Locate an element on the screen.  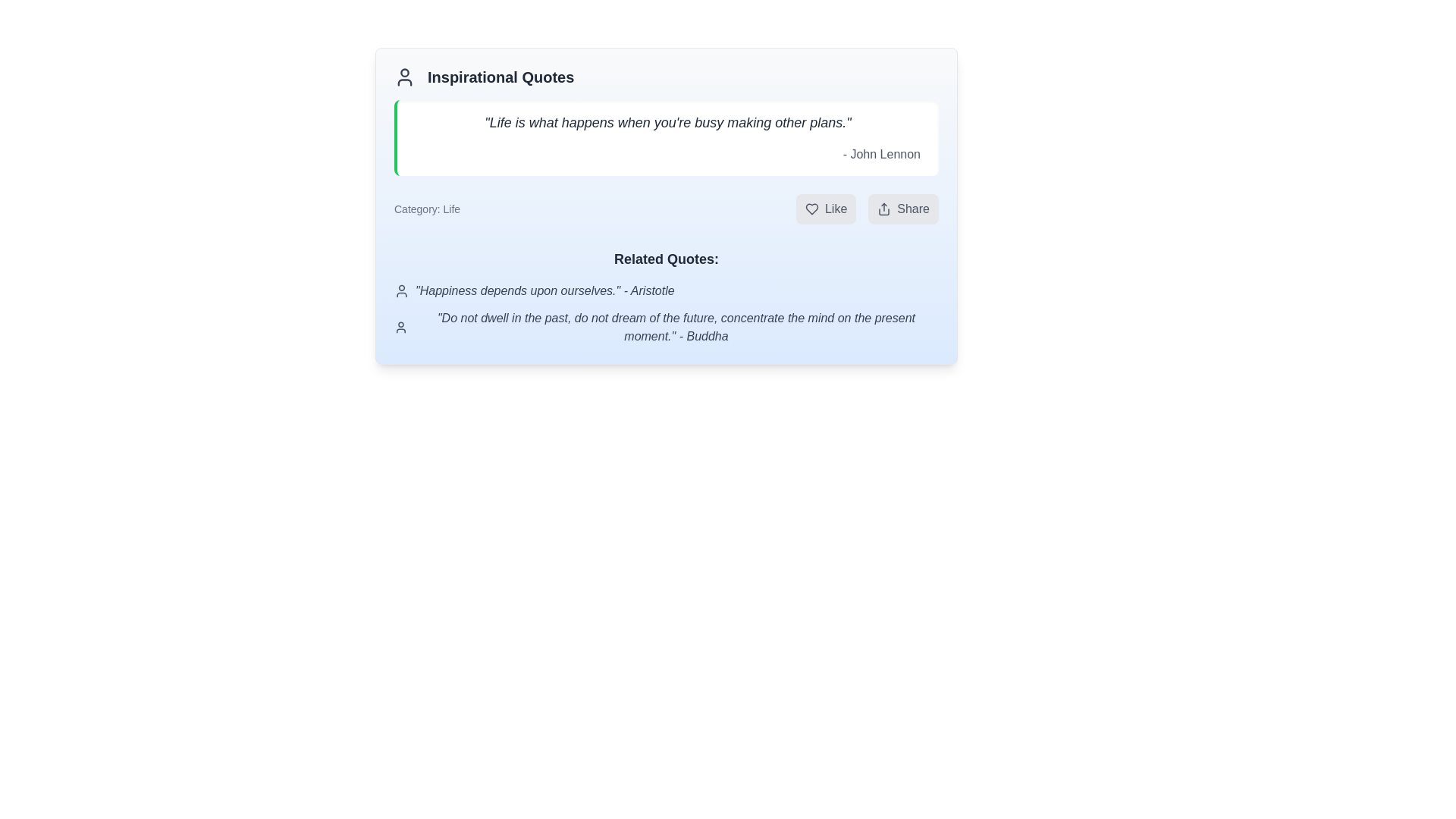
the share icon, which features a box with an upwards arrow, located between the 'Like' button and the 'Share' text label at the bottom-right of the main quote card is located at coordinates (884, 209).